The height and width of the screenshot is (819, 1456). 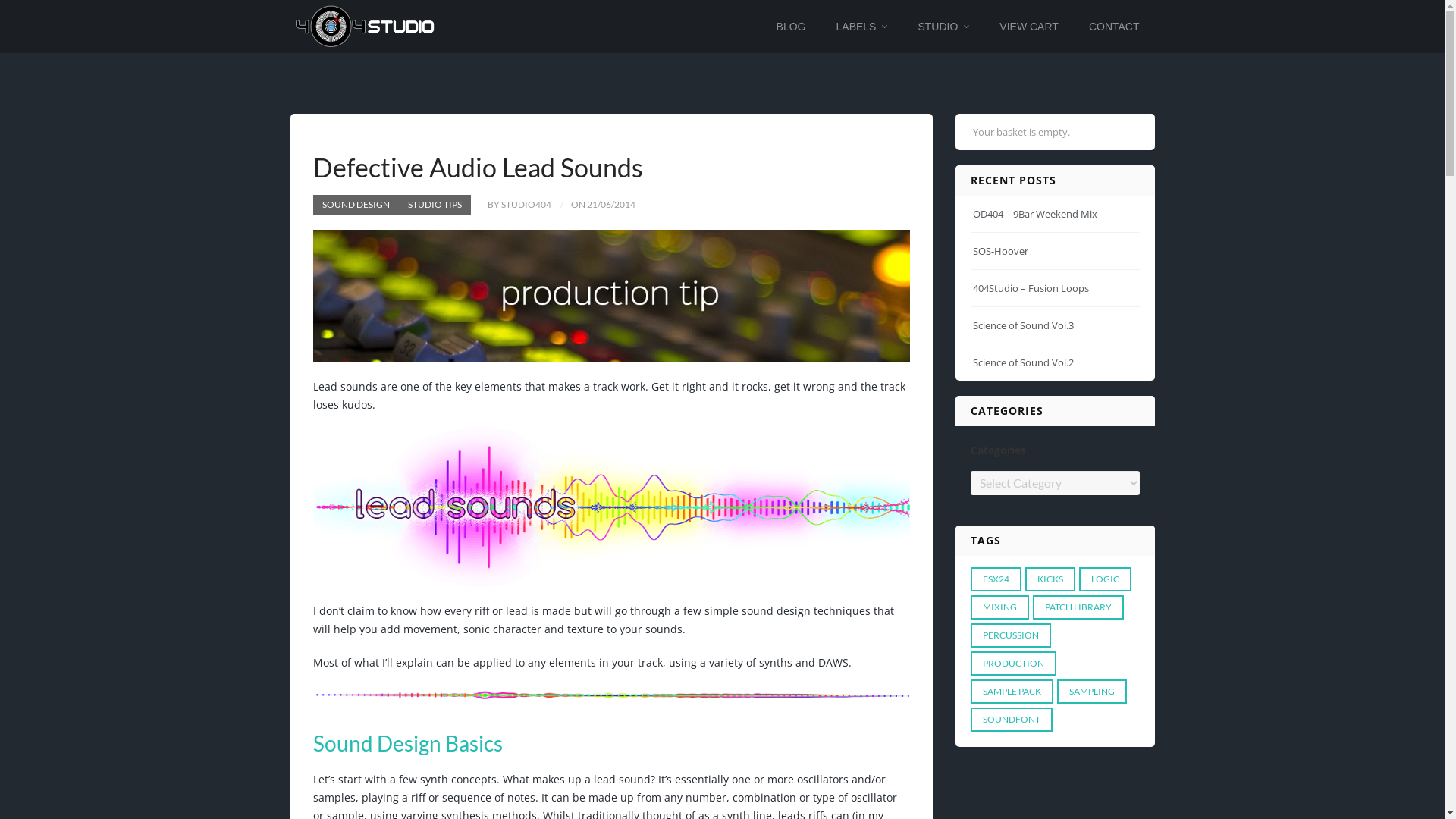 What do you see at coordinates (1114, 26) in the screenshot?
I see `'CONTACT'` at bounding box center [1114, 26].